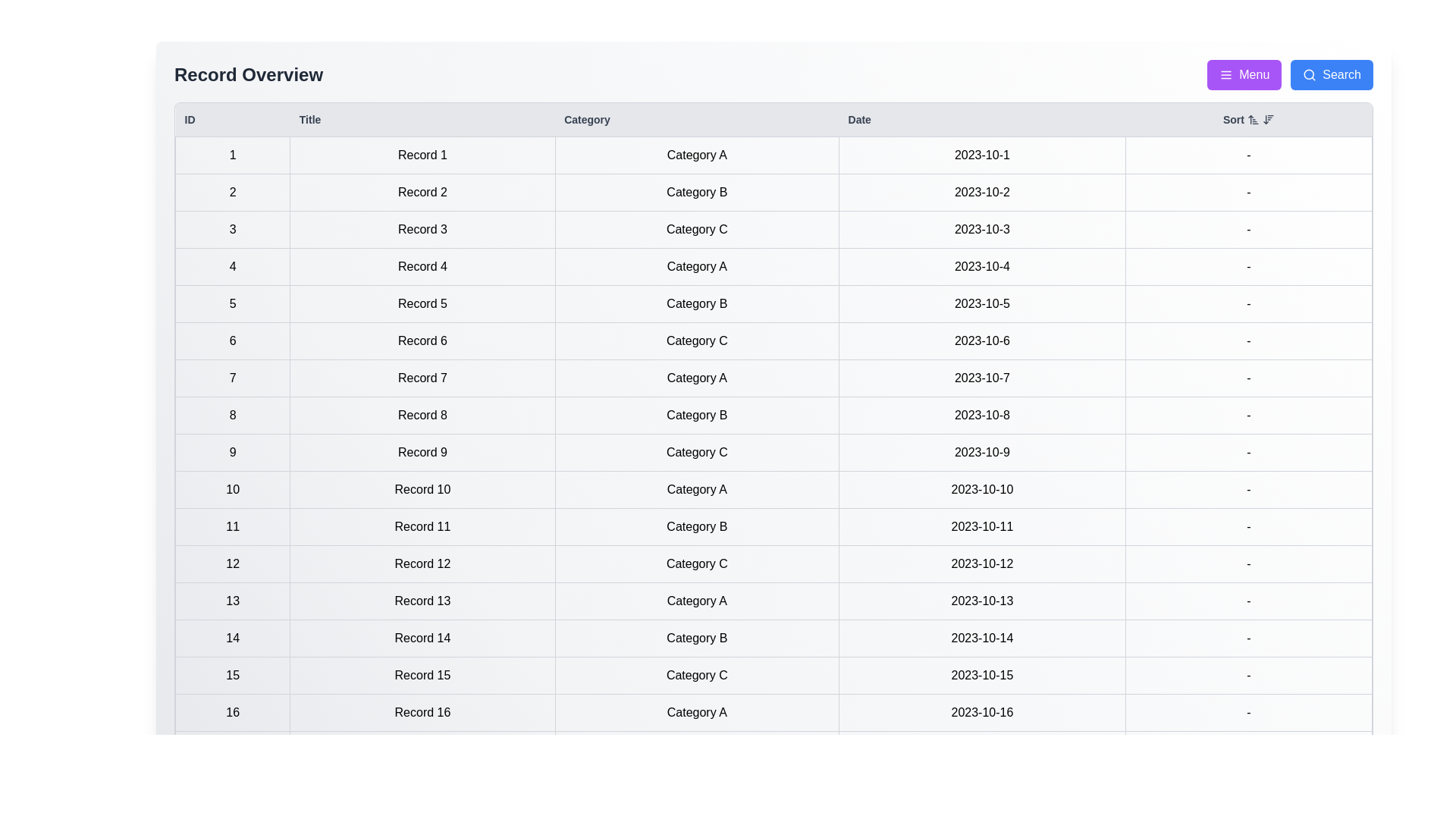 The image size is (1456, 819). What do you see at coordinates (1244, 75) in the screenshot?
I see `the 'Menu' button to open the menu` at bounding box center [1244, 75].